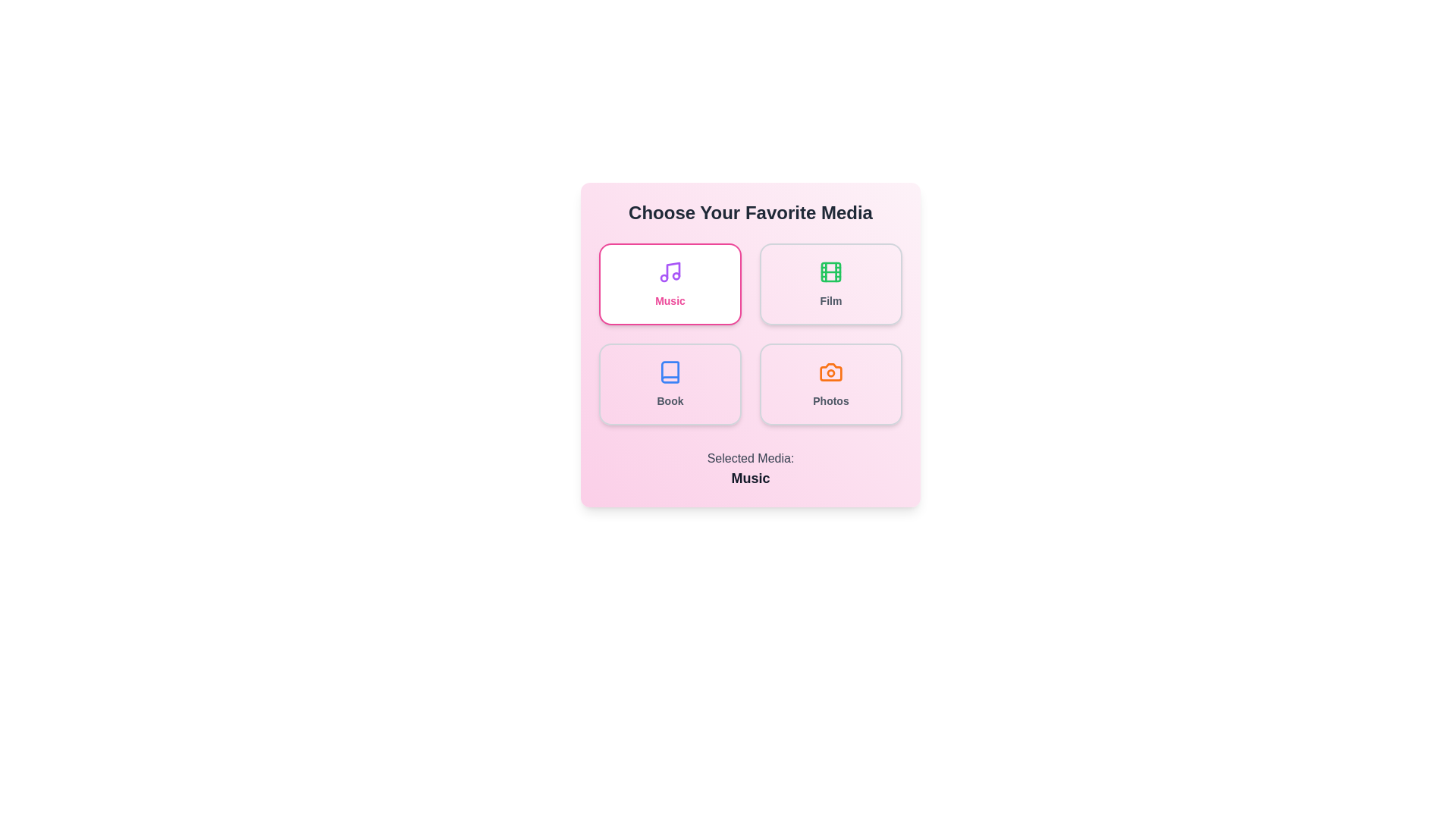 The height and width of the screenshot is (819, 1456). Describe the element at coordinates (830, 284) in the screenshot. I see `the media type Film by clicking its respective button` at that location.